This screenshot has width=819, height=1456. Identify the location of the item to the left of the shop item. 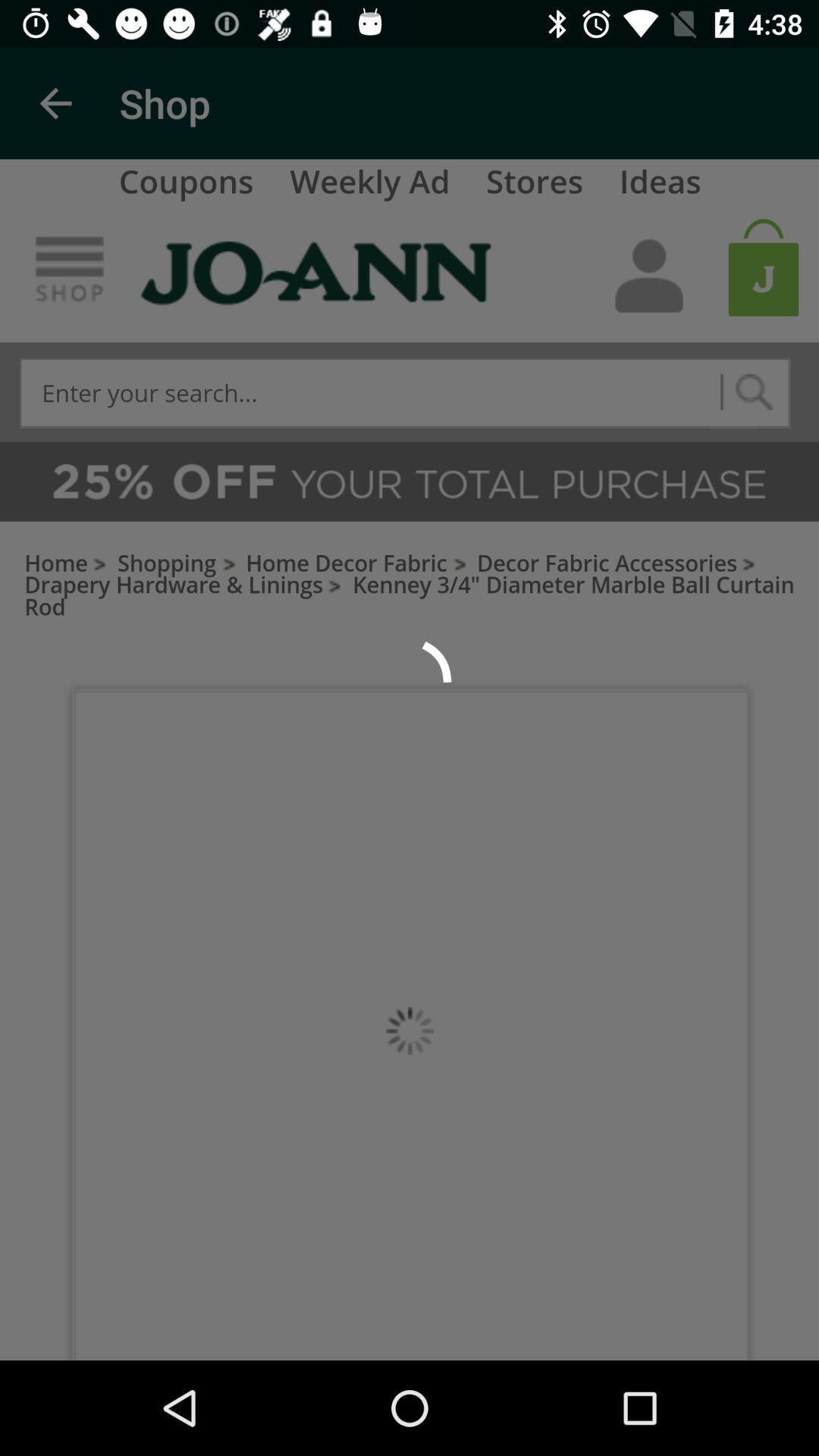
(55, 102).